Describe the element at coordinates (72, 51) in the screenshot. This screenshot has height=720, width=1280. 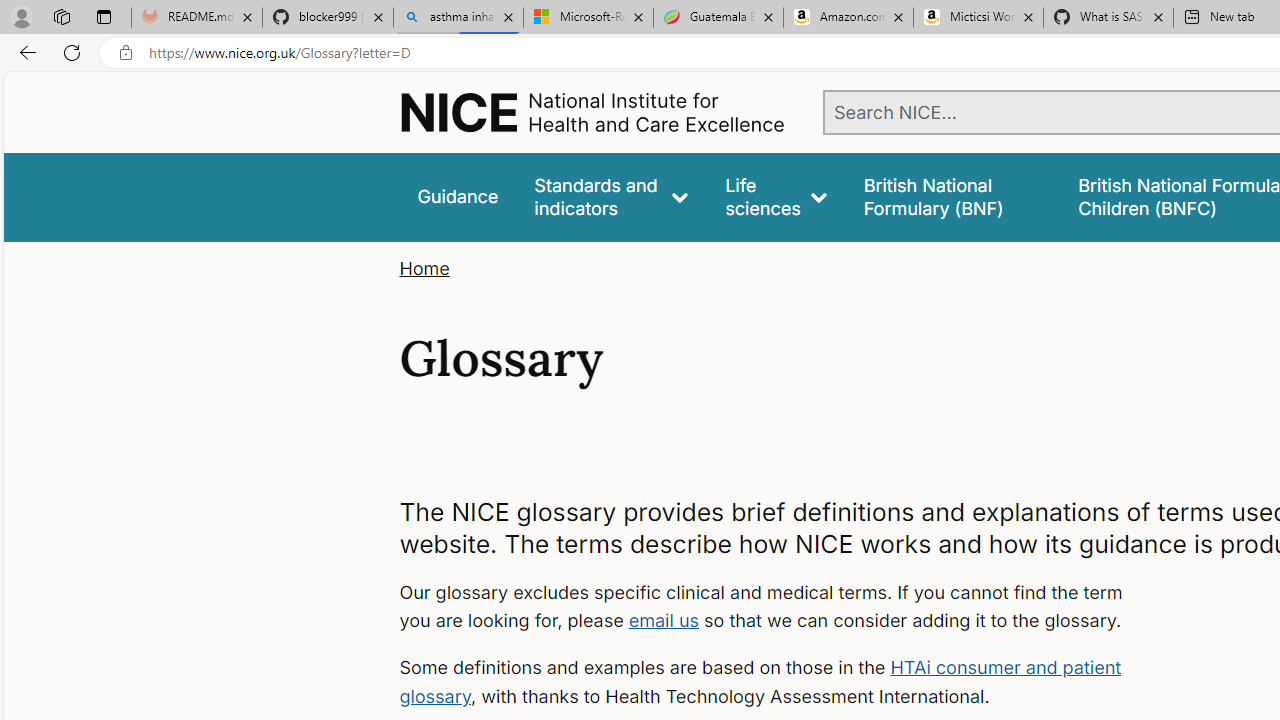
I see `'Refresh'` at that location.